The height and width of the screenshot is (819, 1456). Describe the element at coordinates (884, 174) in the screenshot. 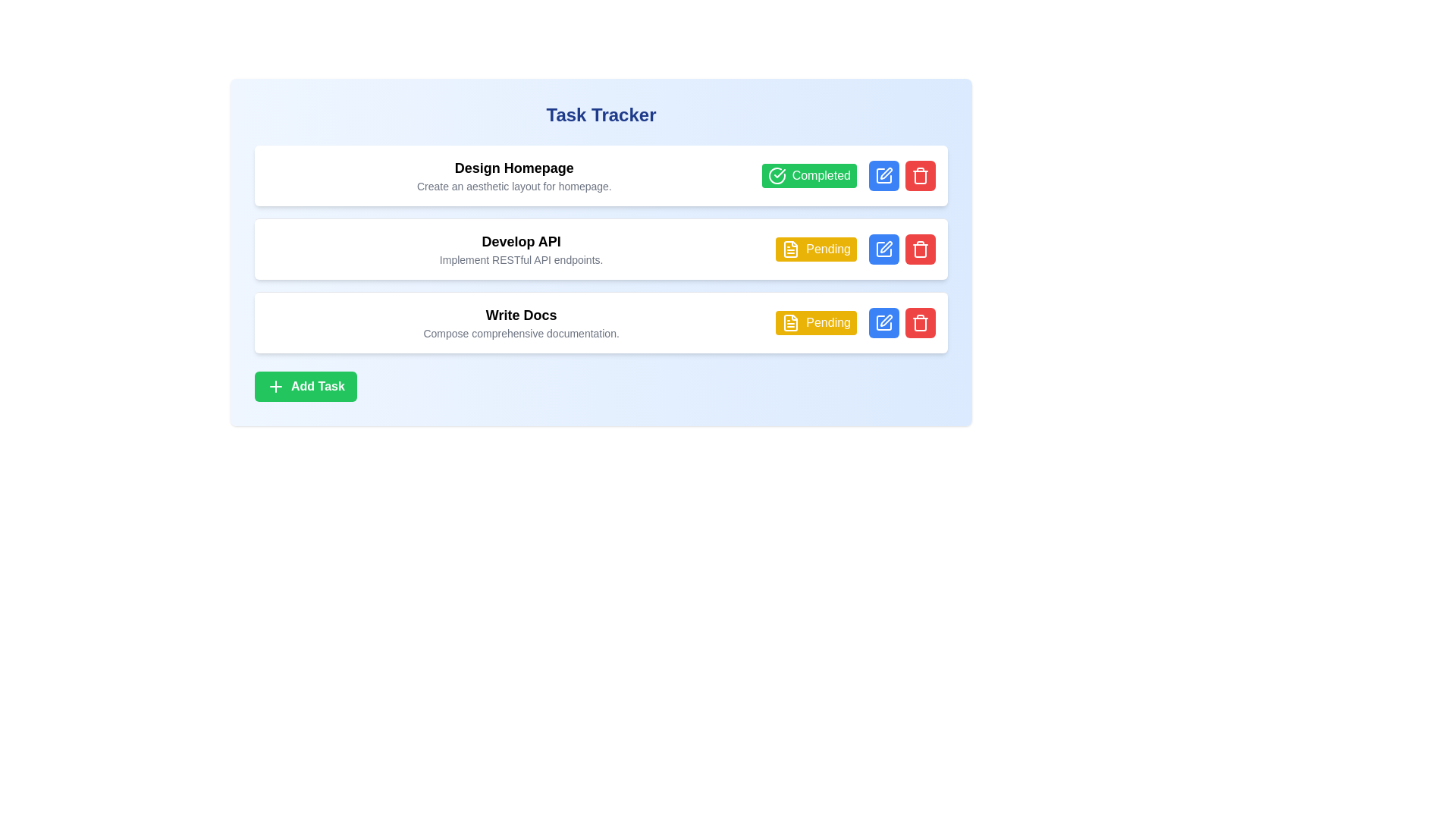

I see `the edit icon within the blue button located on the same row as the 'Design Homepage' task item to enter edit mode` at that location.